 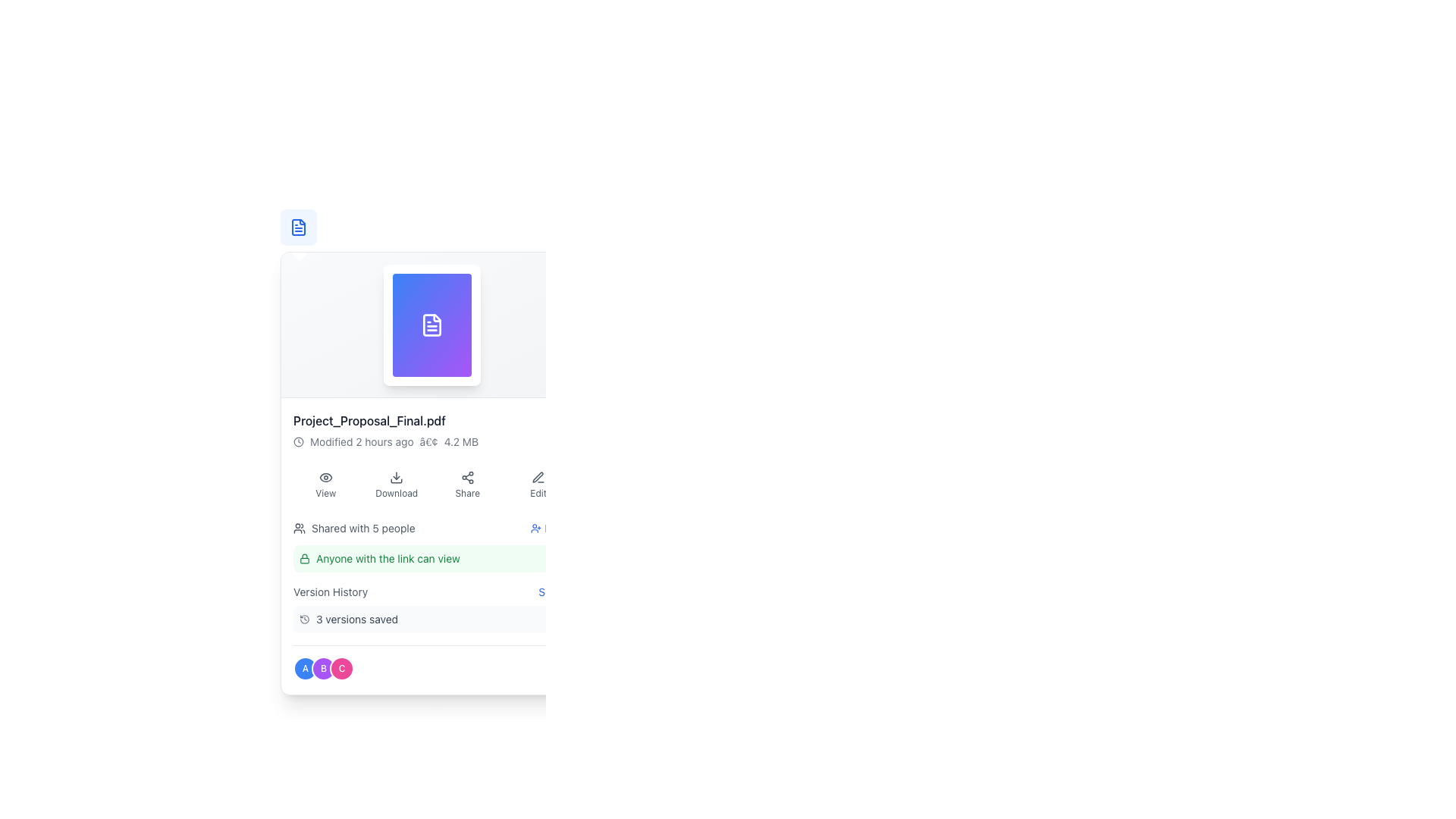 I want to click on the static text element that reads 'Version History', which is styled in gray and located near the bottom of the interface, alongside the 'See all' text, so click(x=330, y=591).